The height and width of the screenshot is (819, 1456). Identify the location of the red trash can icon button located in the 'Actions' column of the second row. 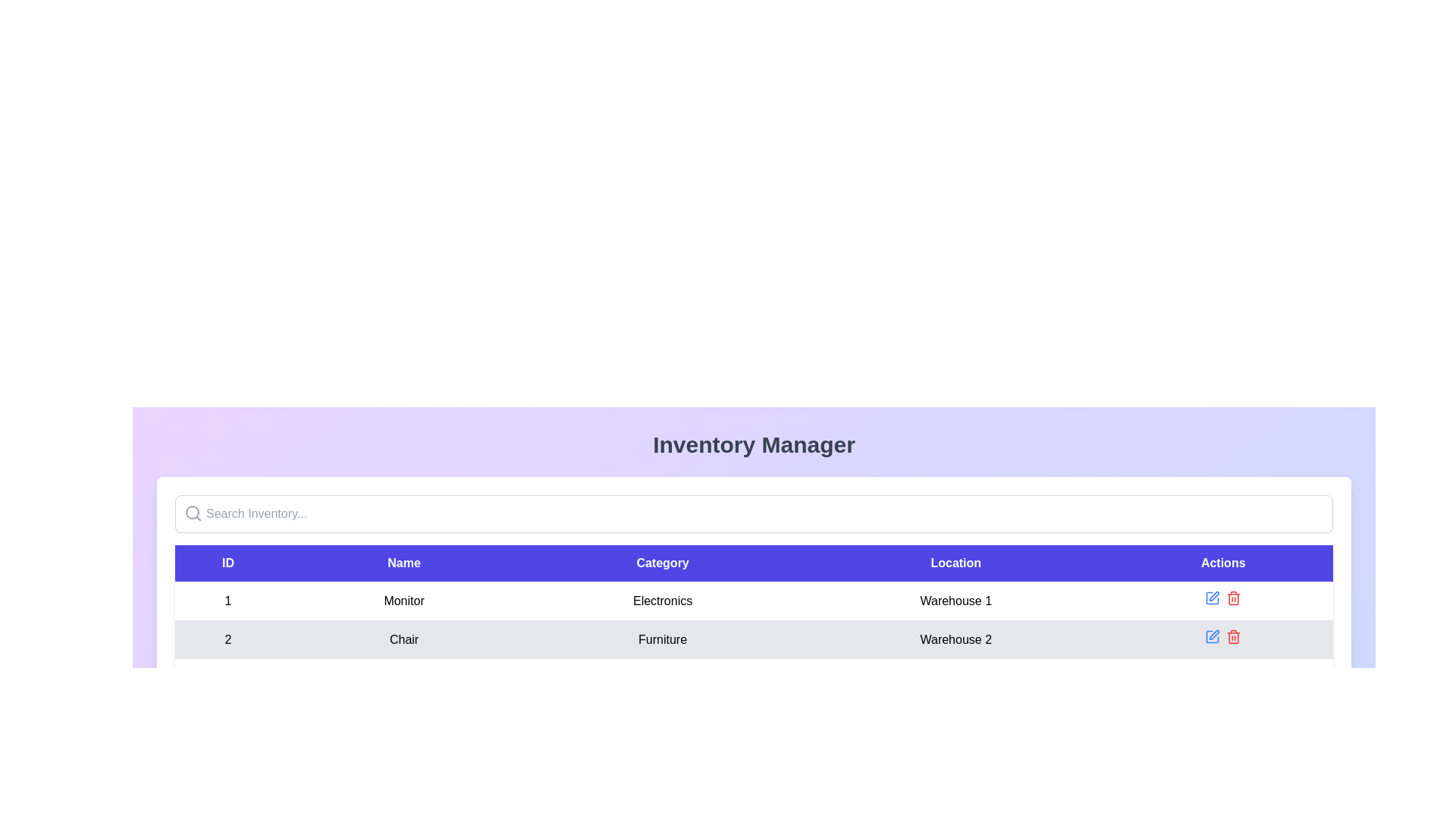
(1234, 637).